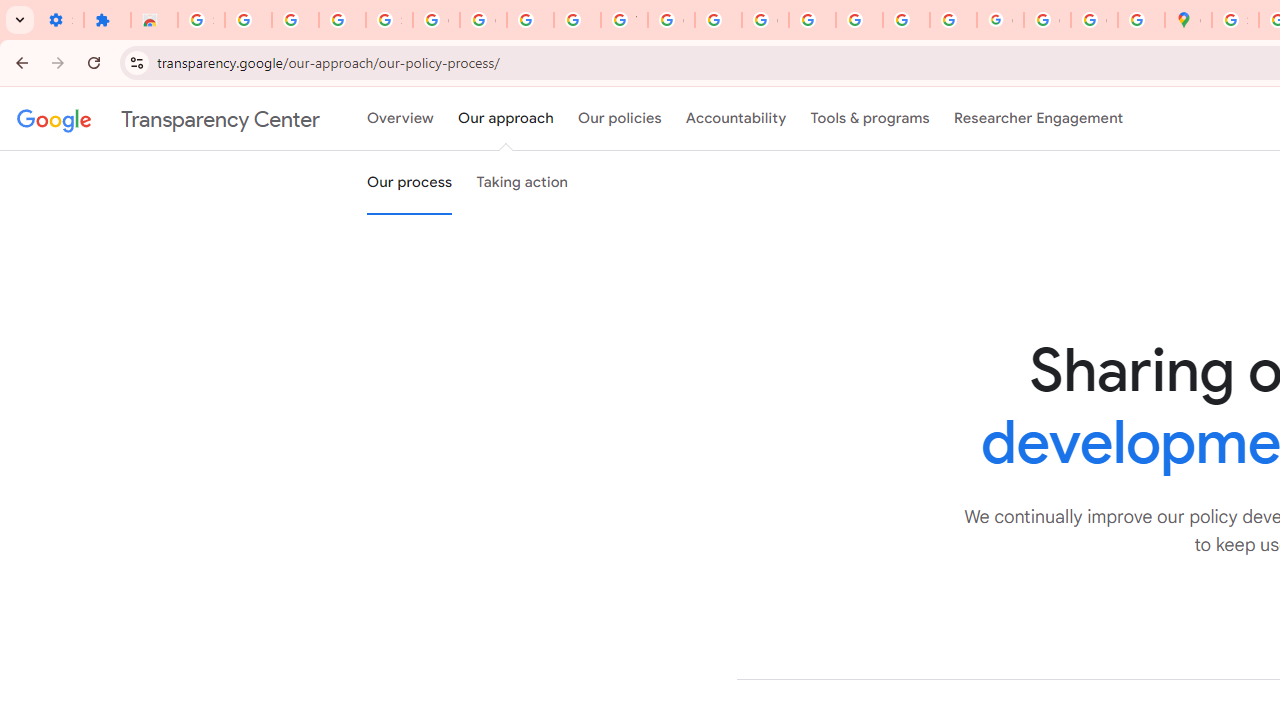  What do you see at coordinates (201, 20) in the screenshot?
I see `'Sign in - Google Accounts'` at bounding box center [201, 20].